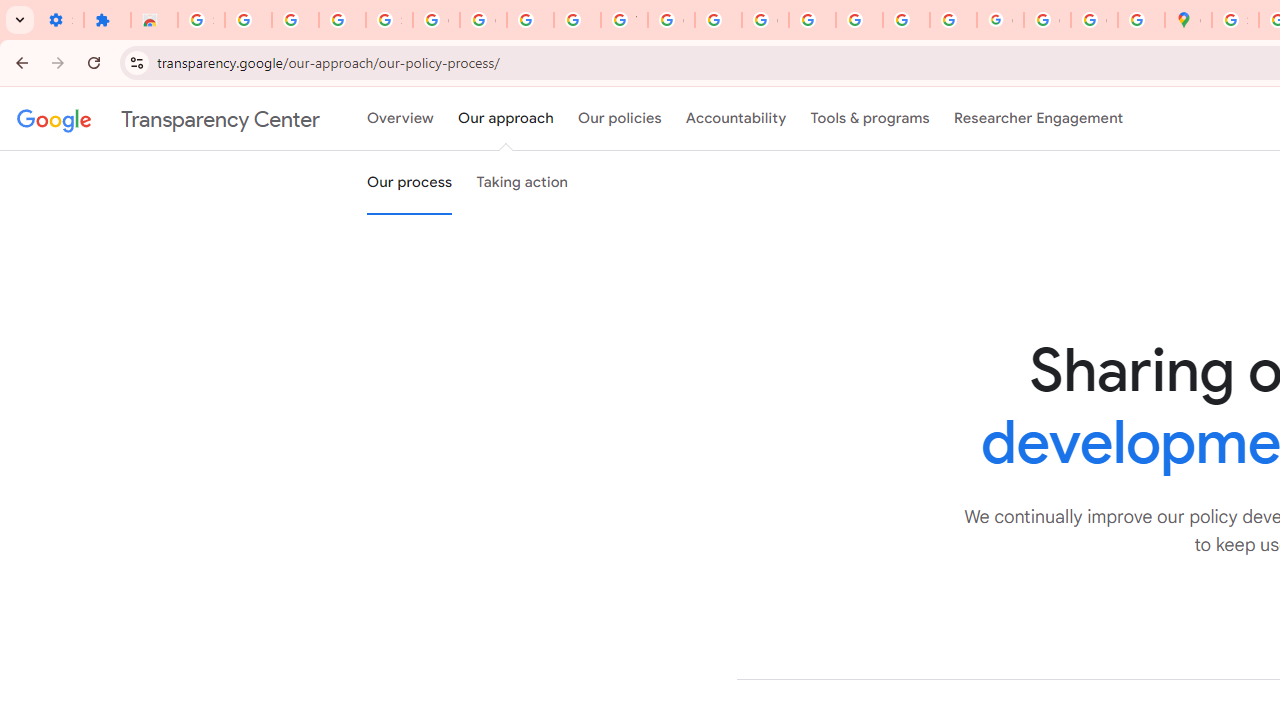  What do you see at coordinates (201, 20) in the screenshot?
I see `'Sign in - Google Accounts'` at bounding box center [201, 20].